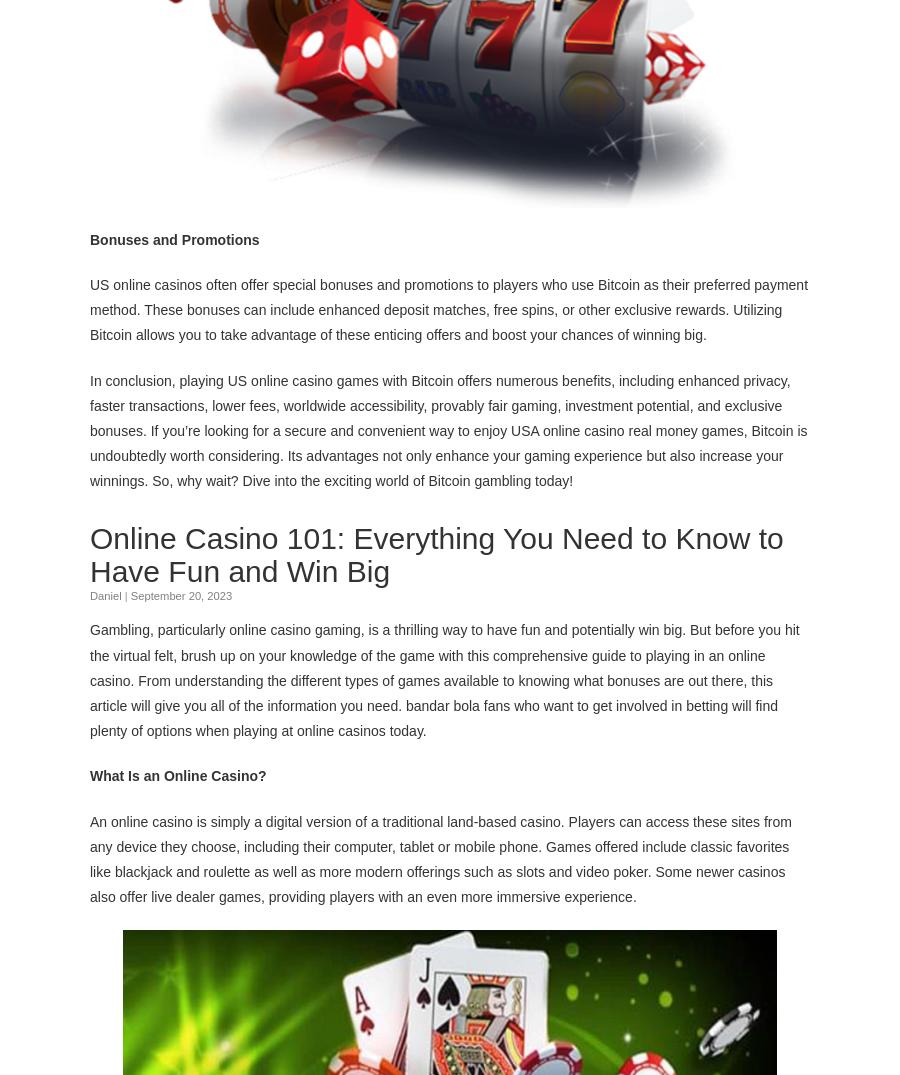 The height and width of the screenshot is (1075, 900). Describe the element at coordinates (174, 237) in the screenshot. I see `'Bonuses and Promotions'` at that location.